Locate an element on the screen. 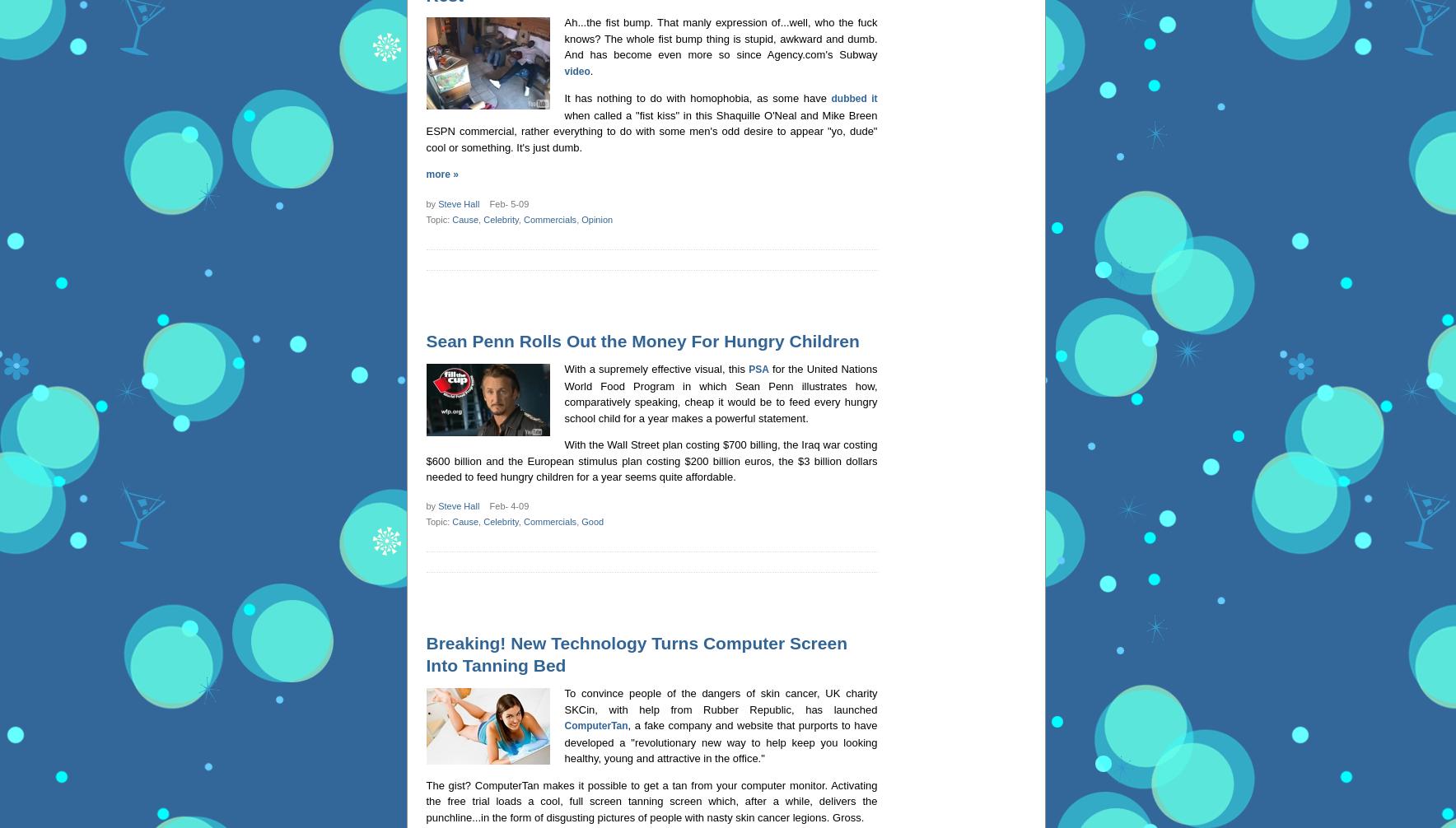 The height and width of the screenshot is (828, 1456). 'Feb- 5-09' is located at coordinates (478, 202).